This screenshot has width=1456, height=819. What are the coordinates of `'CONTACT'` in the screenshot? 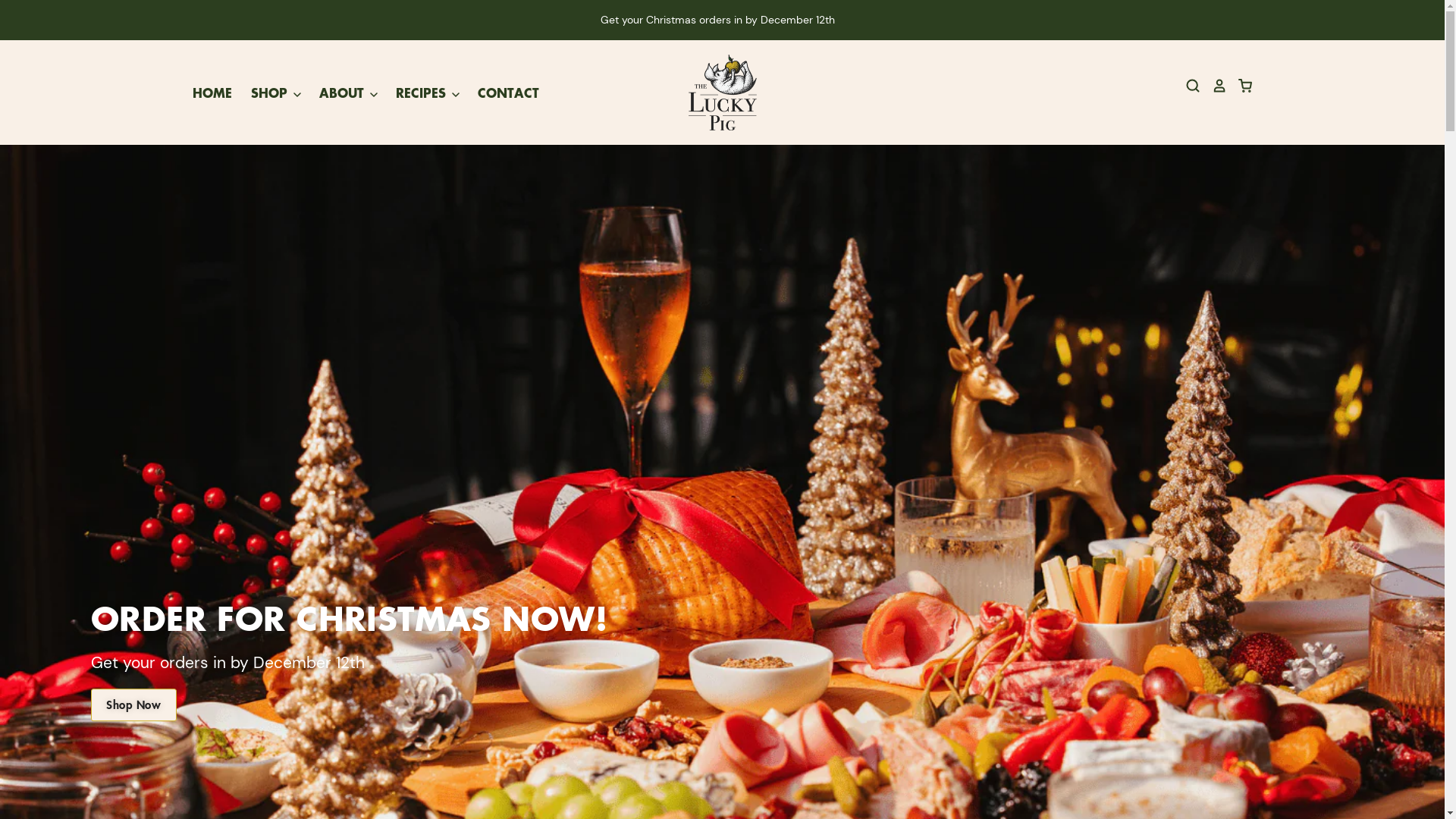 It's located at (457, 93).